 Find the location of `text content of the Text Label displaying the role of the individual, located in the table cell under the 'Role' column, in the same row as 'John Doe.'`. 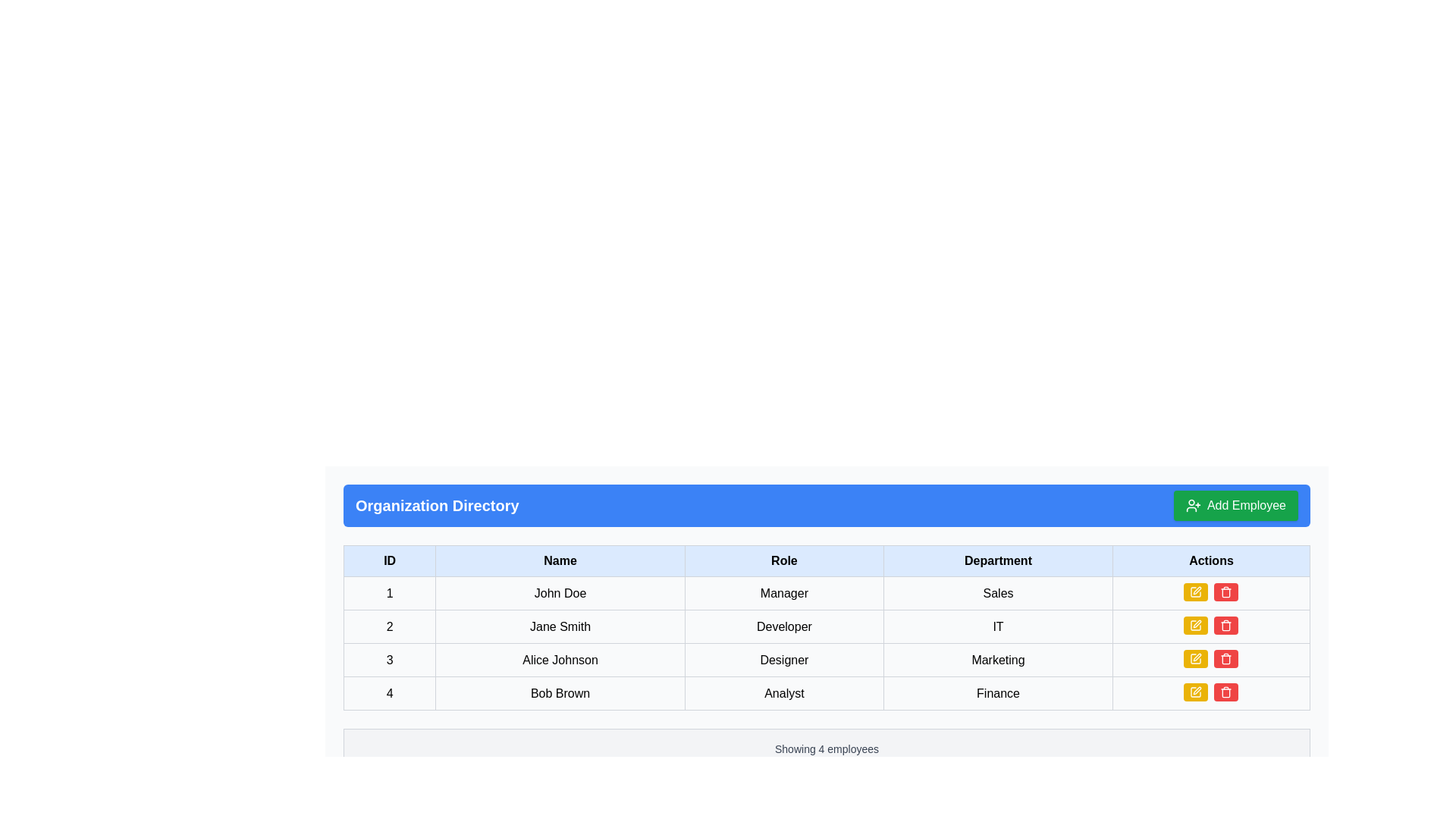

text content of the Text Label displaying the role of the individual, located in the table cell under the 'Role' column, in the same row as 'John Doe.' is located at coordinates (784, 592).